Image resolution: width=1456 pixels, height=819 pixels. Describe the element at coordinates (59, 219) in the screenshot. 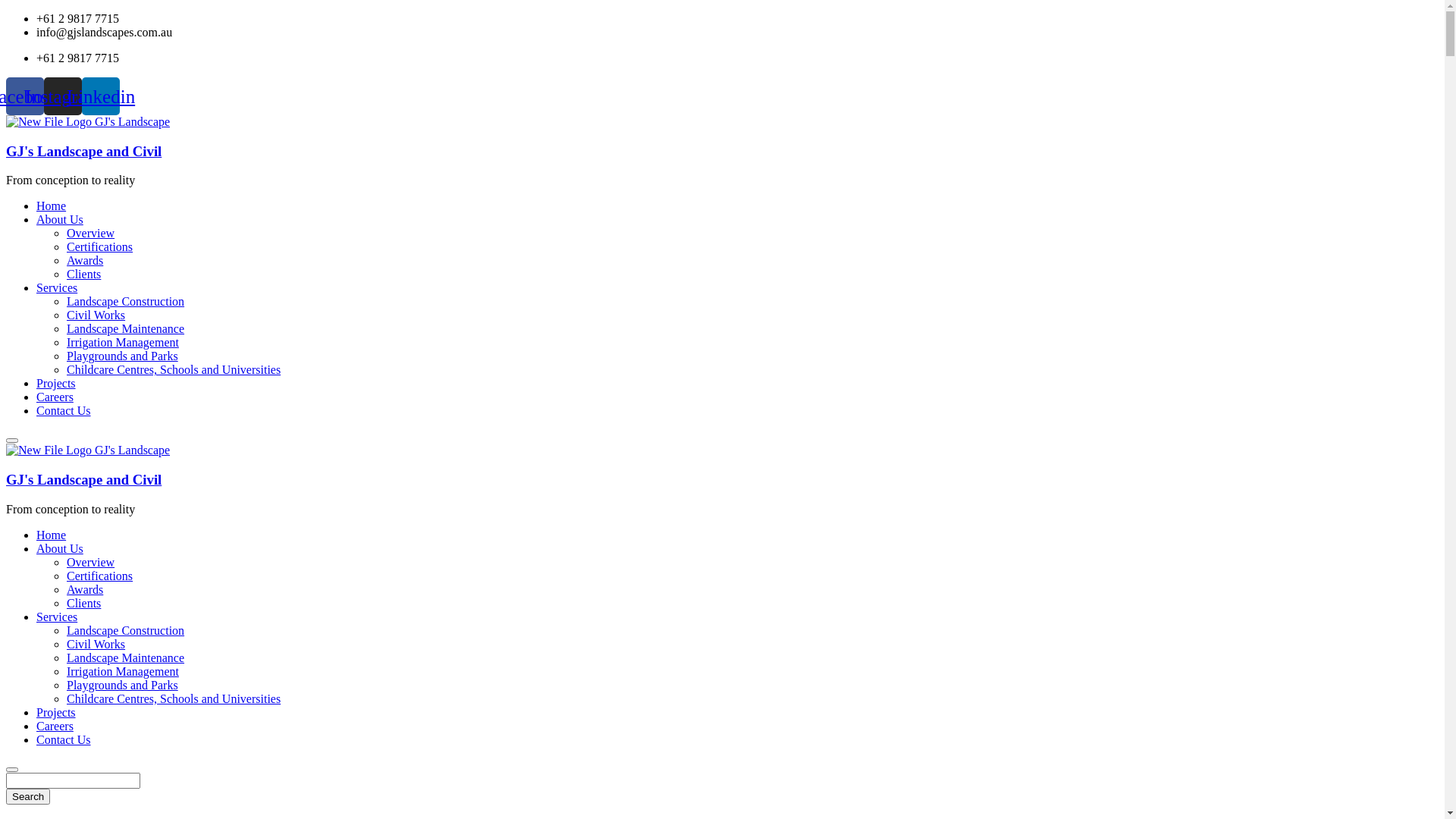

I see `'About Us'` at that location.